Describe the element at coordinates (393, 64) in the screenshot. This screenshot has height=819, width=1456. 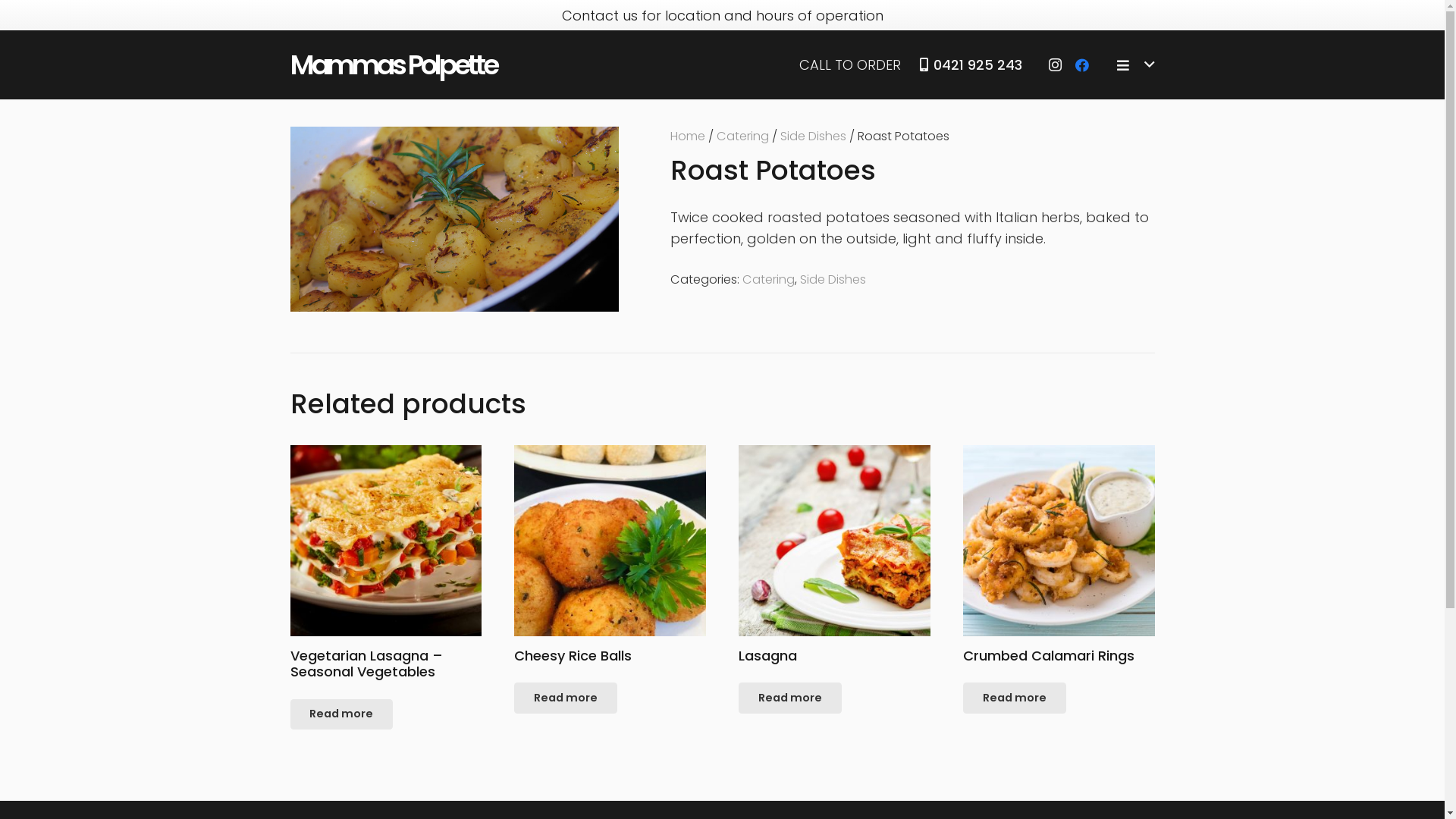
I see `'Mammas Polpette'` at that location.